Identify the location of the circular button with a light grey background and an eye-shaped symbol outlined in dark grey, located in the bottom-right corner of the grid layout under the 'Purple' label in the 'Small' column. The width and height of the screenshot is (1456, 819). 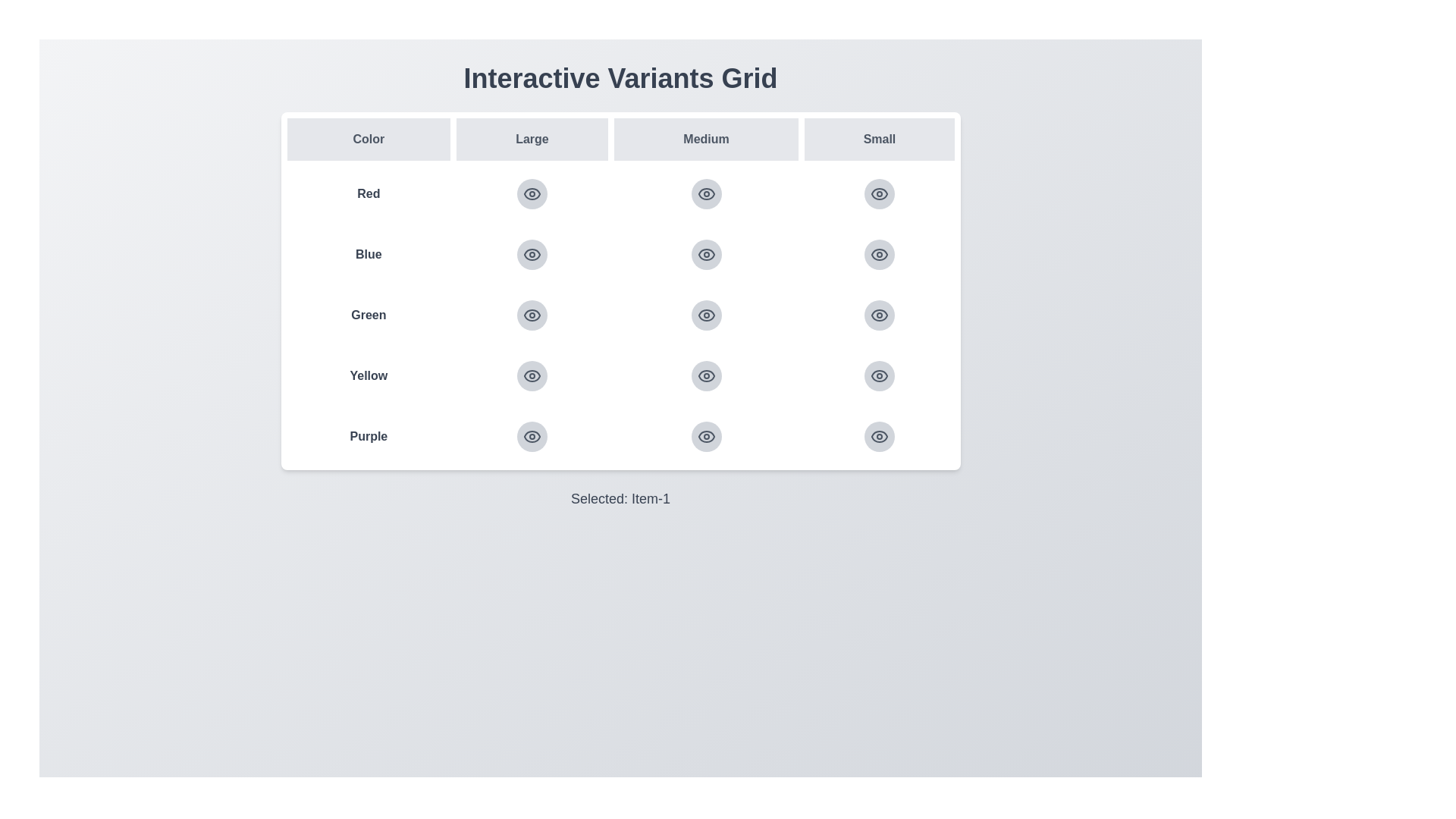
(880, 436).